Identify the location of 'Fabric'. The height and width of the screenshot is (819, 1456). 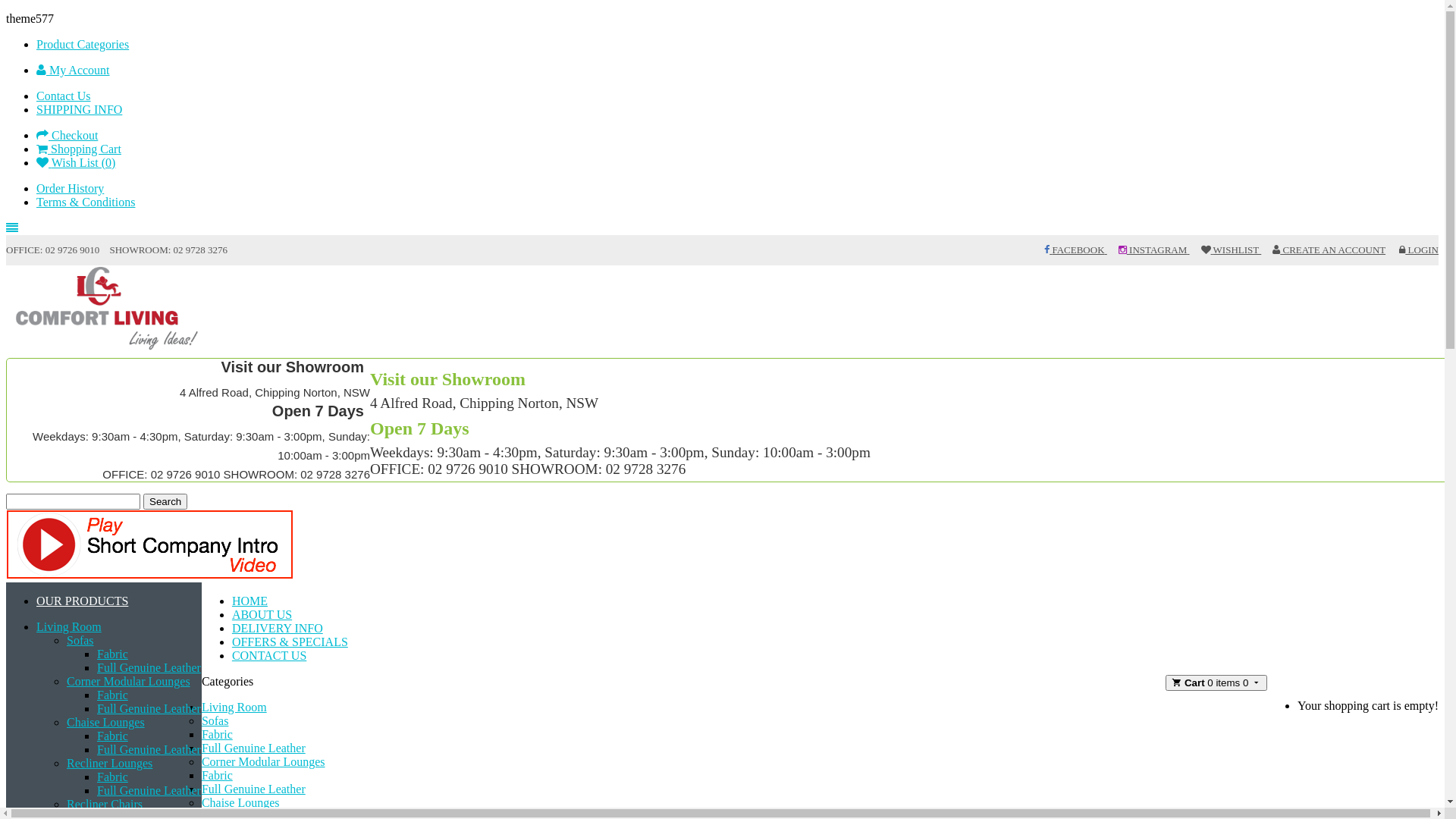
(111, 777).